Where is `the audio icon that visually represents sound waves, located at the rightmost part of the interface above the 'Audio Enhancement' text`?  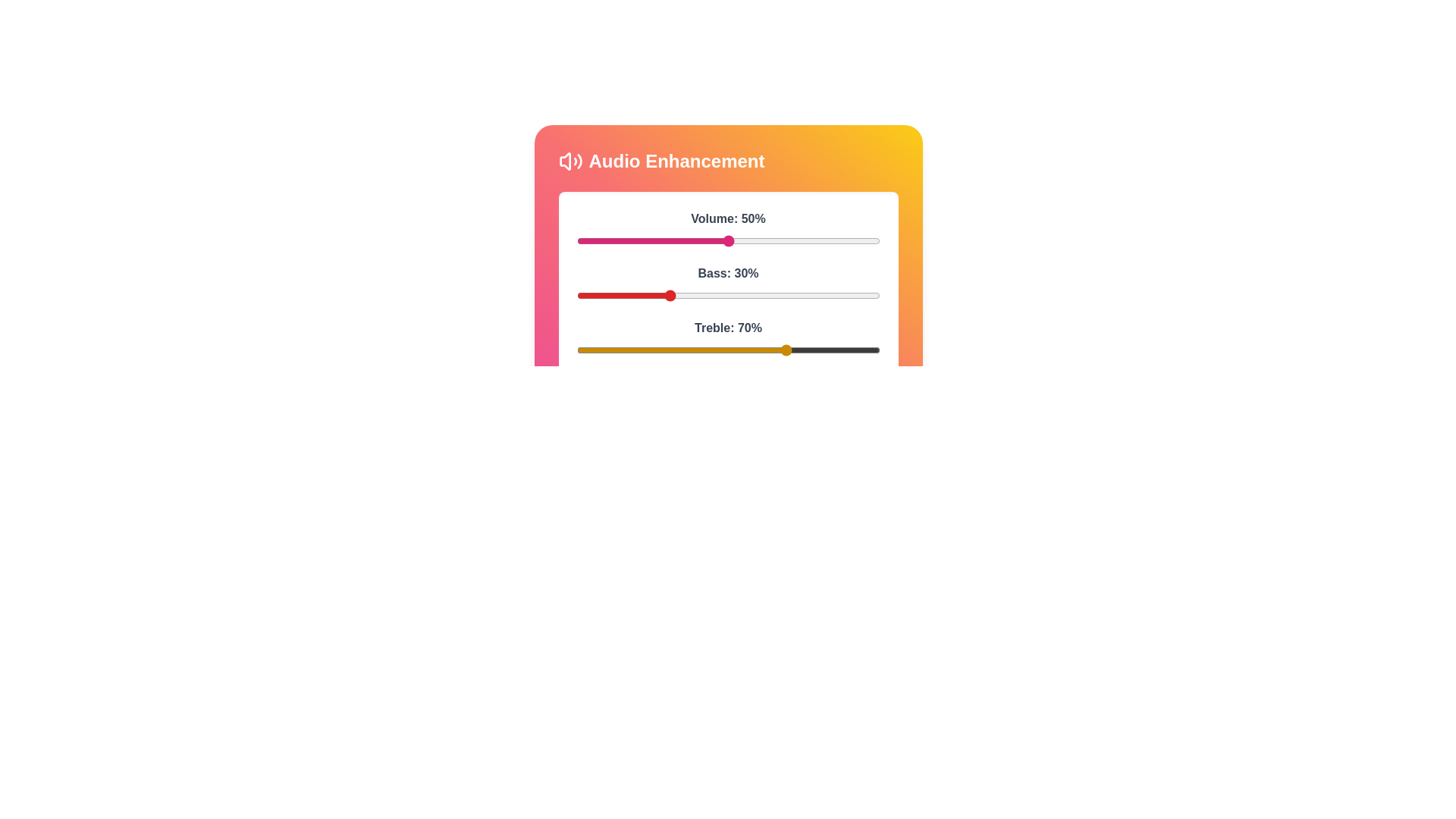
the audio icon that visually represents sound waves, located at the rightmost part of the interface above the 'Audio Enhancement' text is located at coordinates (579, 161).